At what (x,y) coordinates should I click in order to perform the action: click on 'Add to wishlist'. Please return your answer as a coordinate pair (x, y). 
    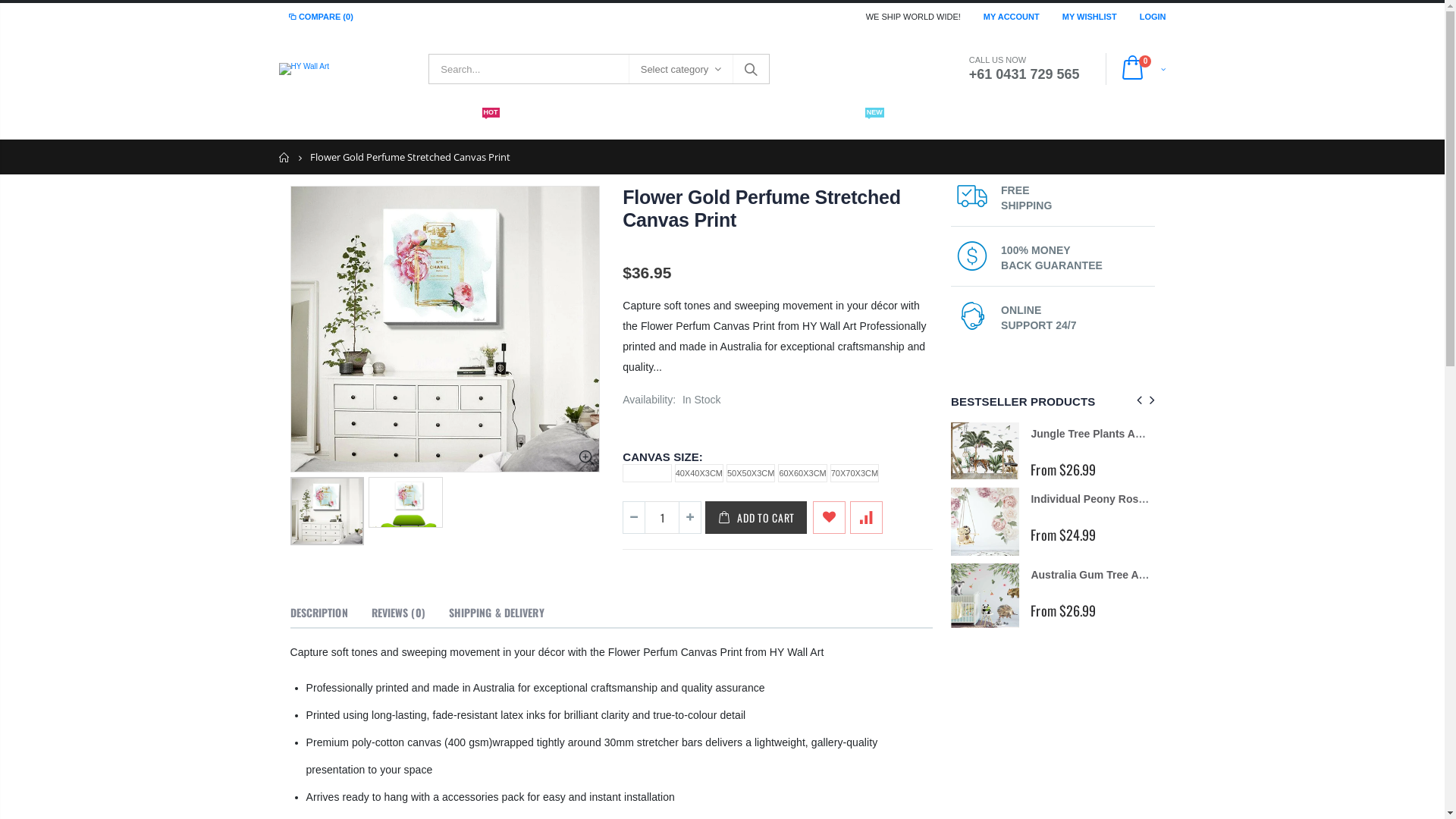
    Looking at the image, I should click on (828, 516).